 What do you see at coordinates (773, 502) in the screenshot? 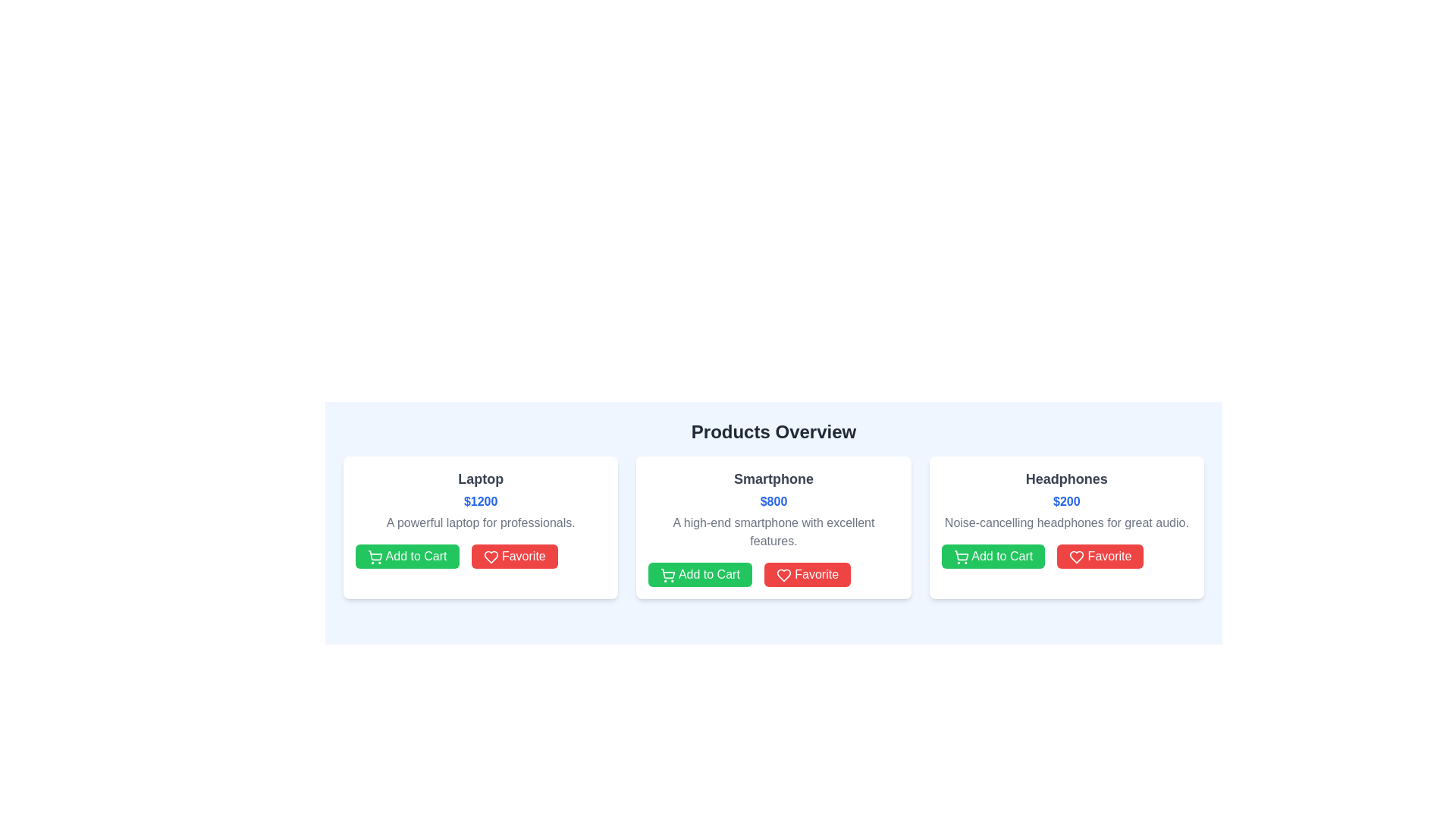
I see `the price display Text Label for the 'Smartphone' product, which is located in the middle card below the title 'Smartphone'` at bounding box center [773, 502].